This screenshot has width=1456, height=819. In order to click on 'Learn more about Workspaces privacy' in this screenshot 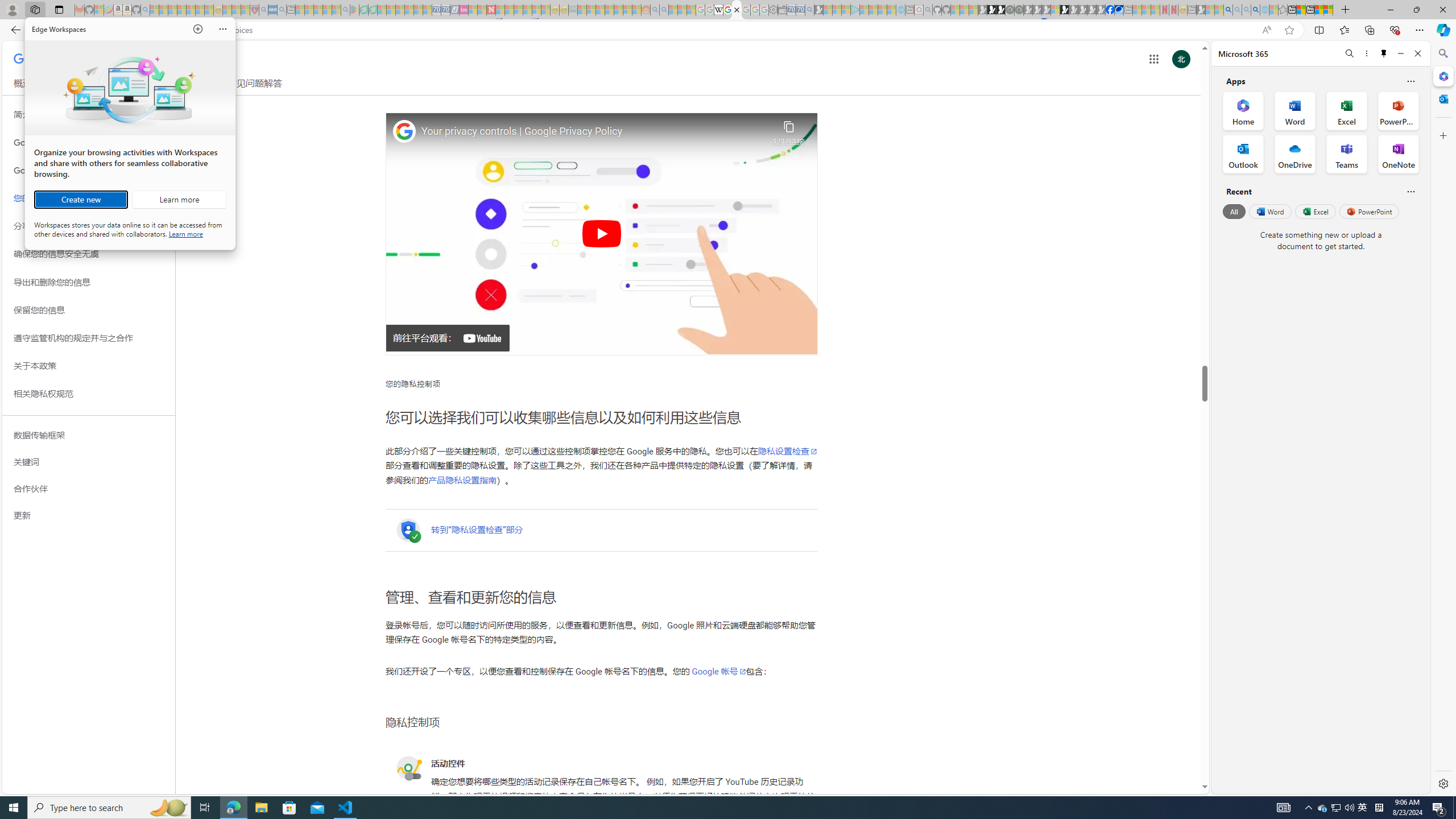, I will do `click(185, 233)`.